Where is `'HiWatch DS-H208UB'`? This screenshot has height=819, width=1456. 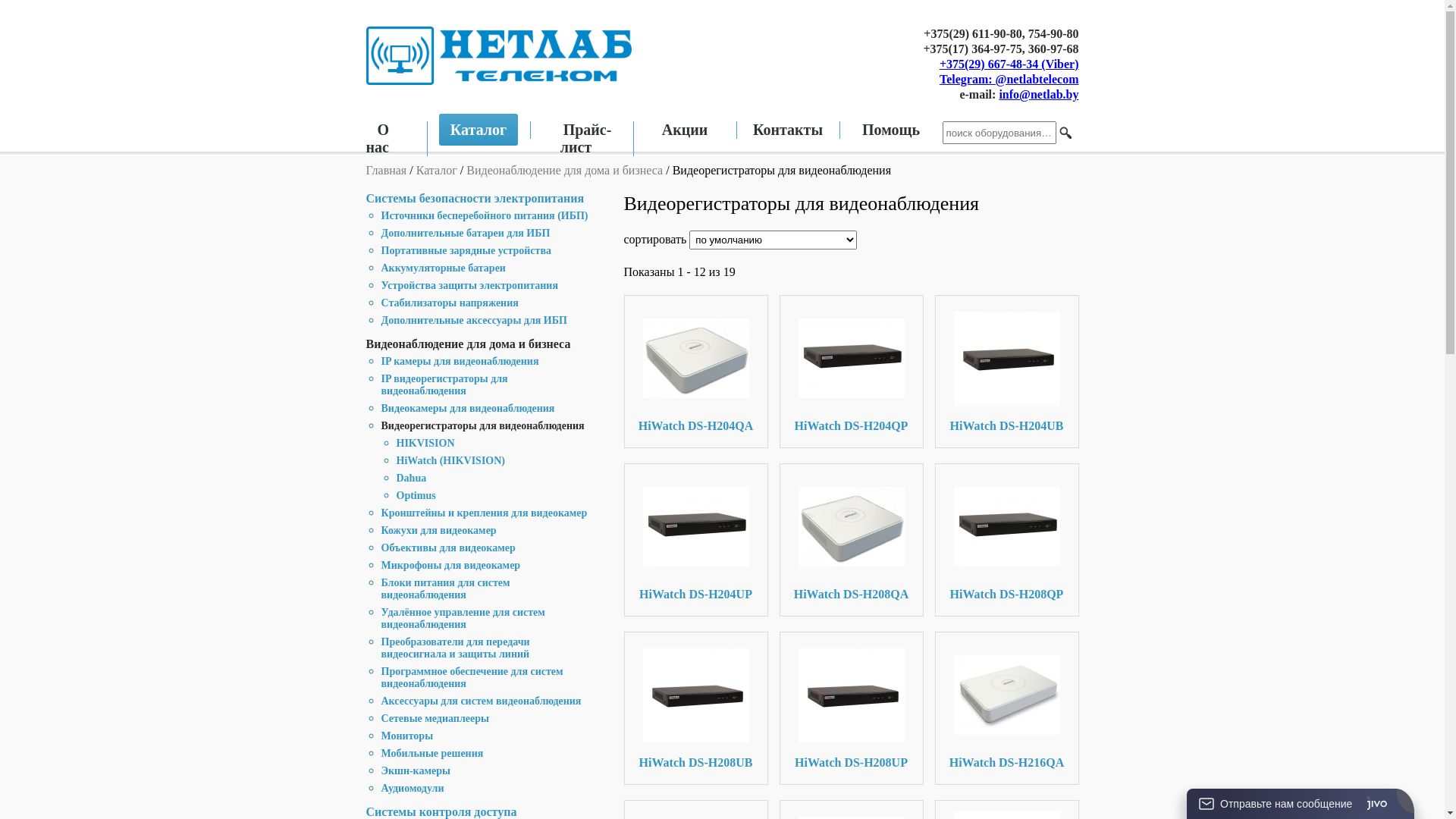 'HiWatch DS-H208UB' is located at coordinates (695, 763).